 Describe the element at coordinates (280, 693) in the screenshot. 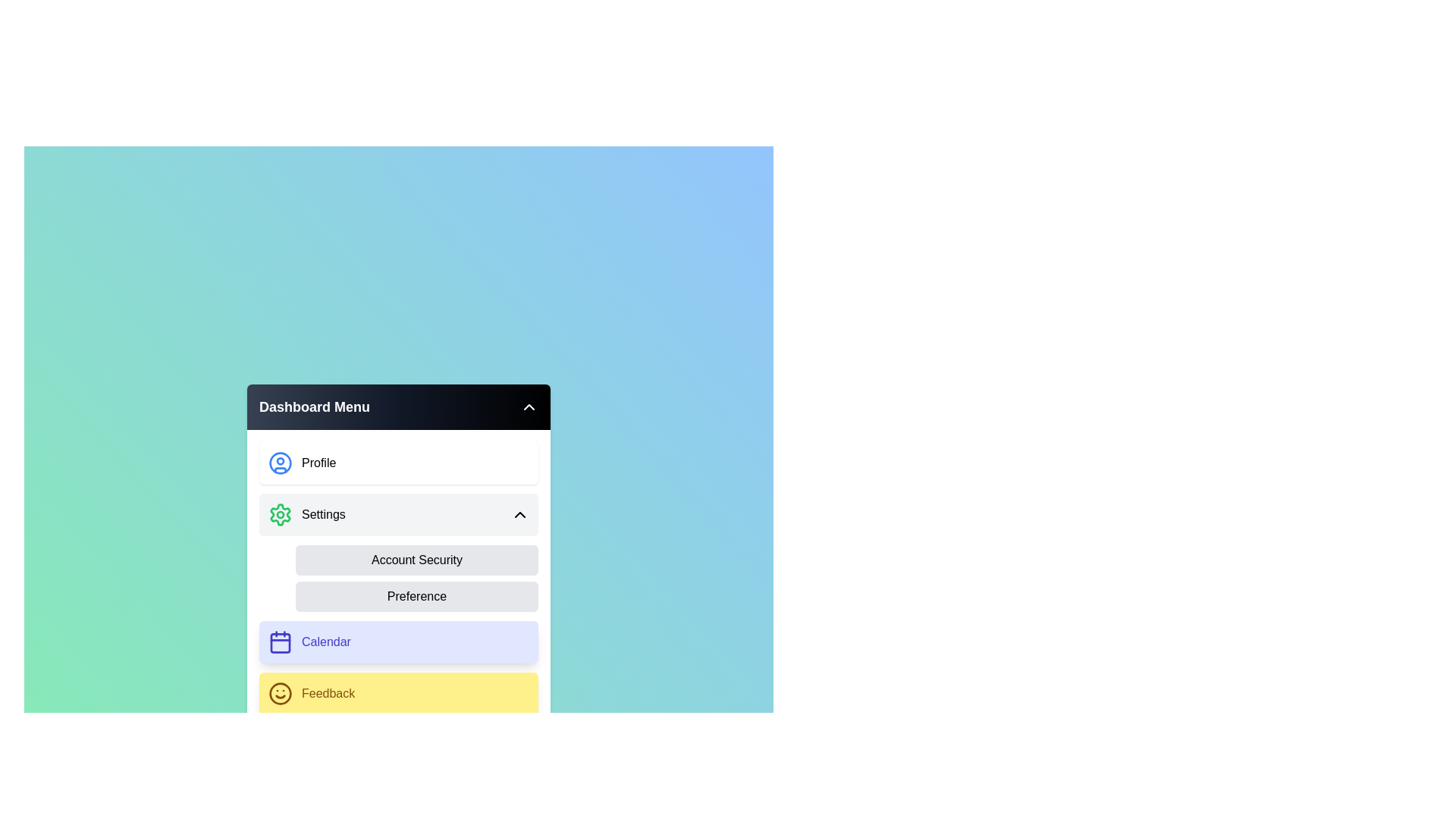

I see `the circular smiley face icon on the yellow feedback card located at the bottom-left of the vertical list` at that location.